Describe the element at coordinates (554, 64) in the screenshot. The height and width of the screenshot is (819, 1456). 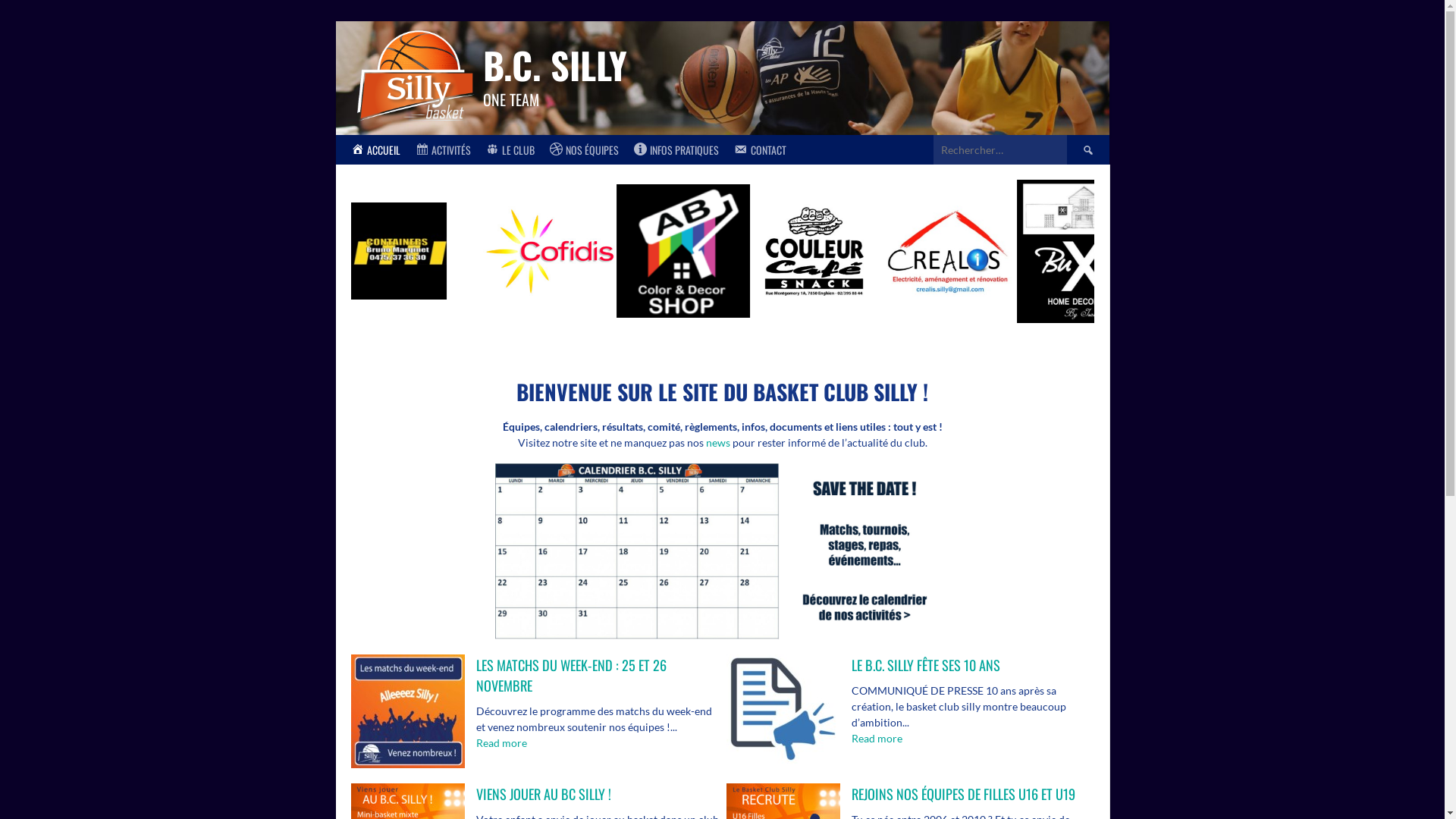
I see `'B.C. SILLY'` at that location.